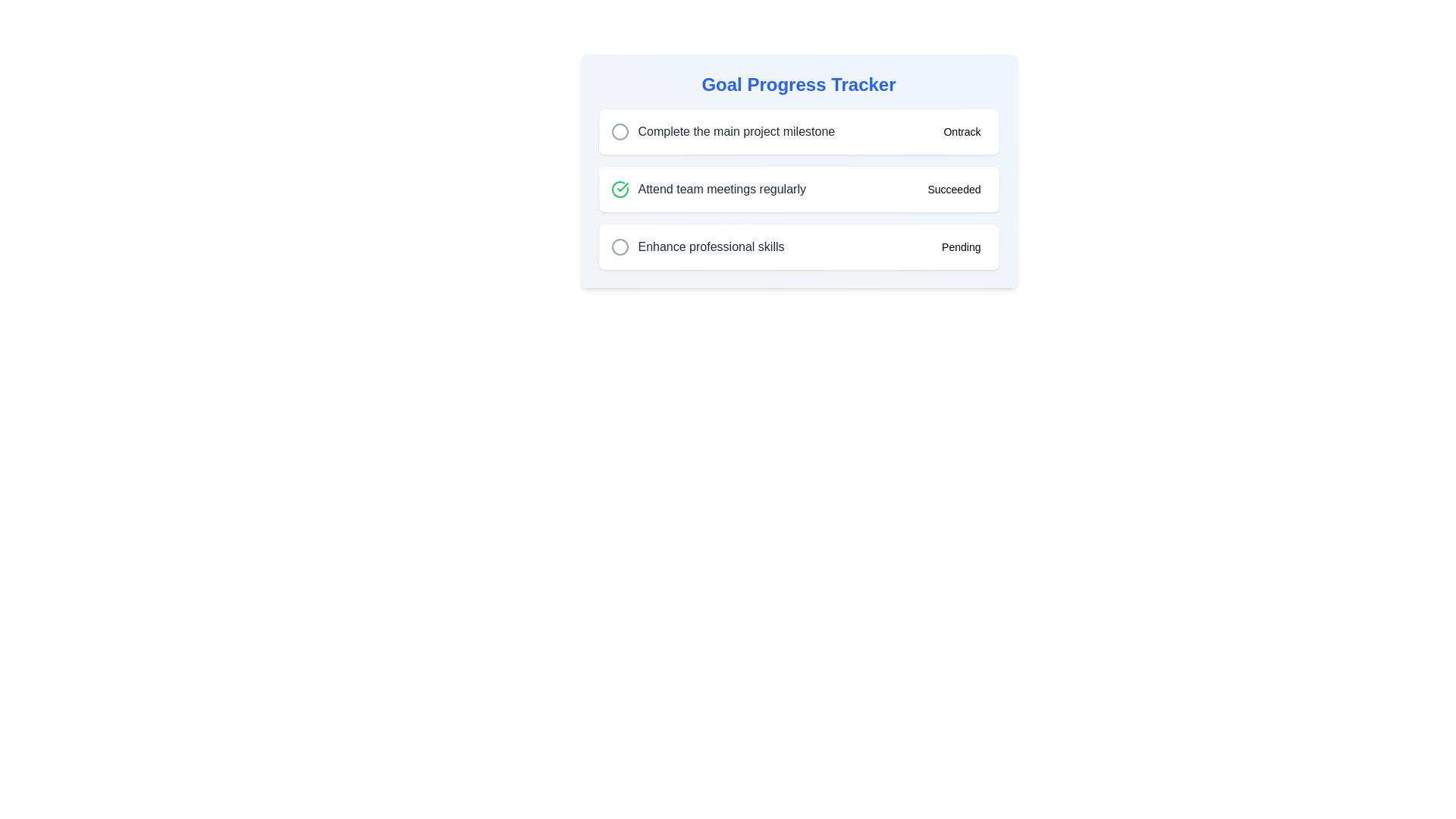  Describe the element at coordinates (620, 130) in the screenshot. I see `the gray circular indicator (SVG Circle) that is the first of three icons in the vertical stack within the 'Goal Progress Tracker' box, associated with the text 'Complete the main project milestone.'` at that location.